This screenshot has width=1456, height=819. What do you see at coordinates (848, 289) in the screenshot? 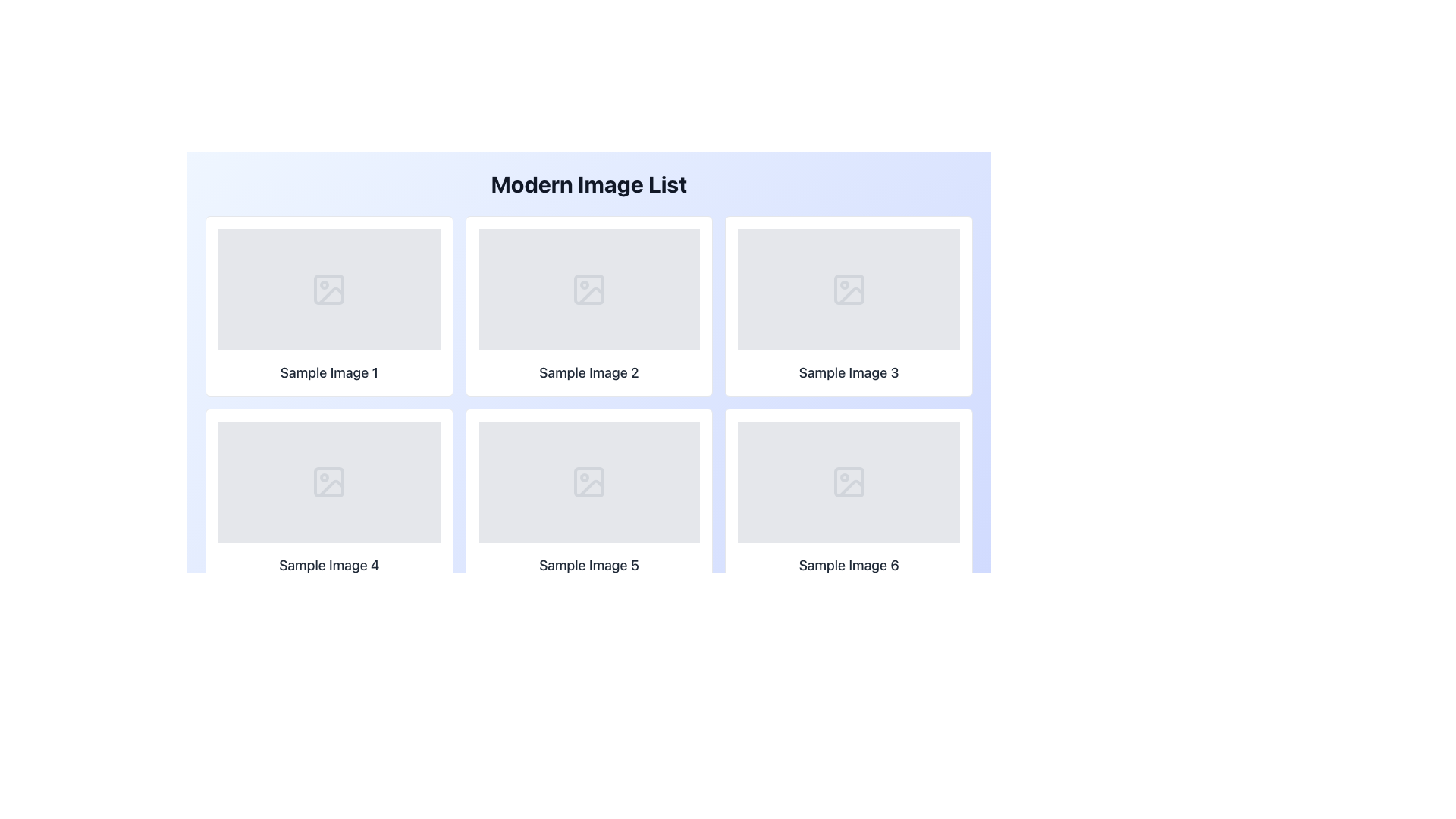
I see `the graphical placeholder or decorative component located inside 'Sample Image 3' in the grid of six images` at bounding box center [848, 289].